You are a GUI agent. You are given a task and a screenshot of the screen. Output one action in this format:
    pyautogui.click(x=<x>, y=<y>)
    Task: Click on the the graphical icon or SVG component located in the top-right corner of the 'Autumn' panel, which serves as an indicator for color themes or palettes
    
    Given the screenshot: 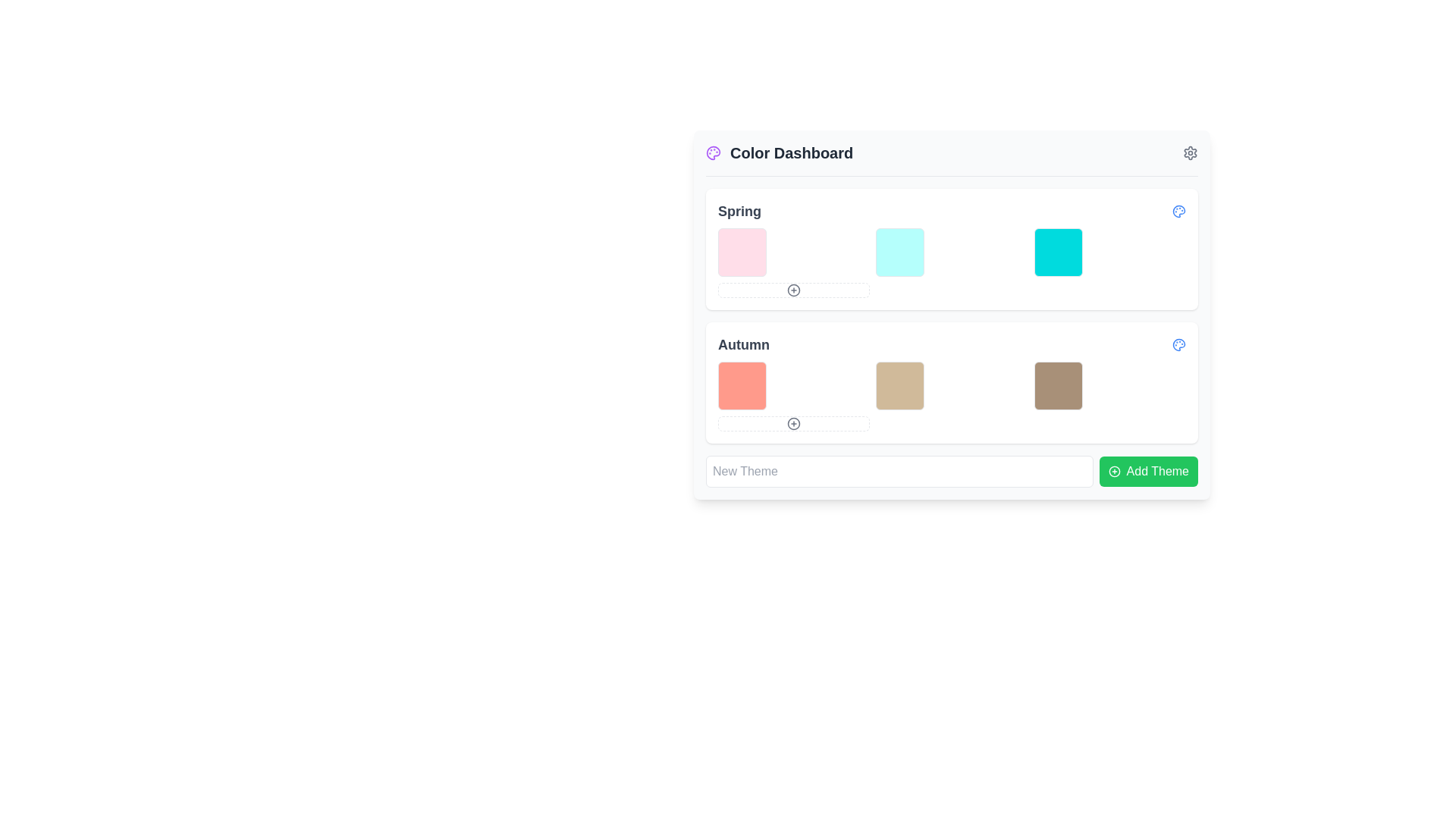 What is the action you would take?
    pyautogui.click(x=1178, y=211)
    